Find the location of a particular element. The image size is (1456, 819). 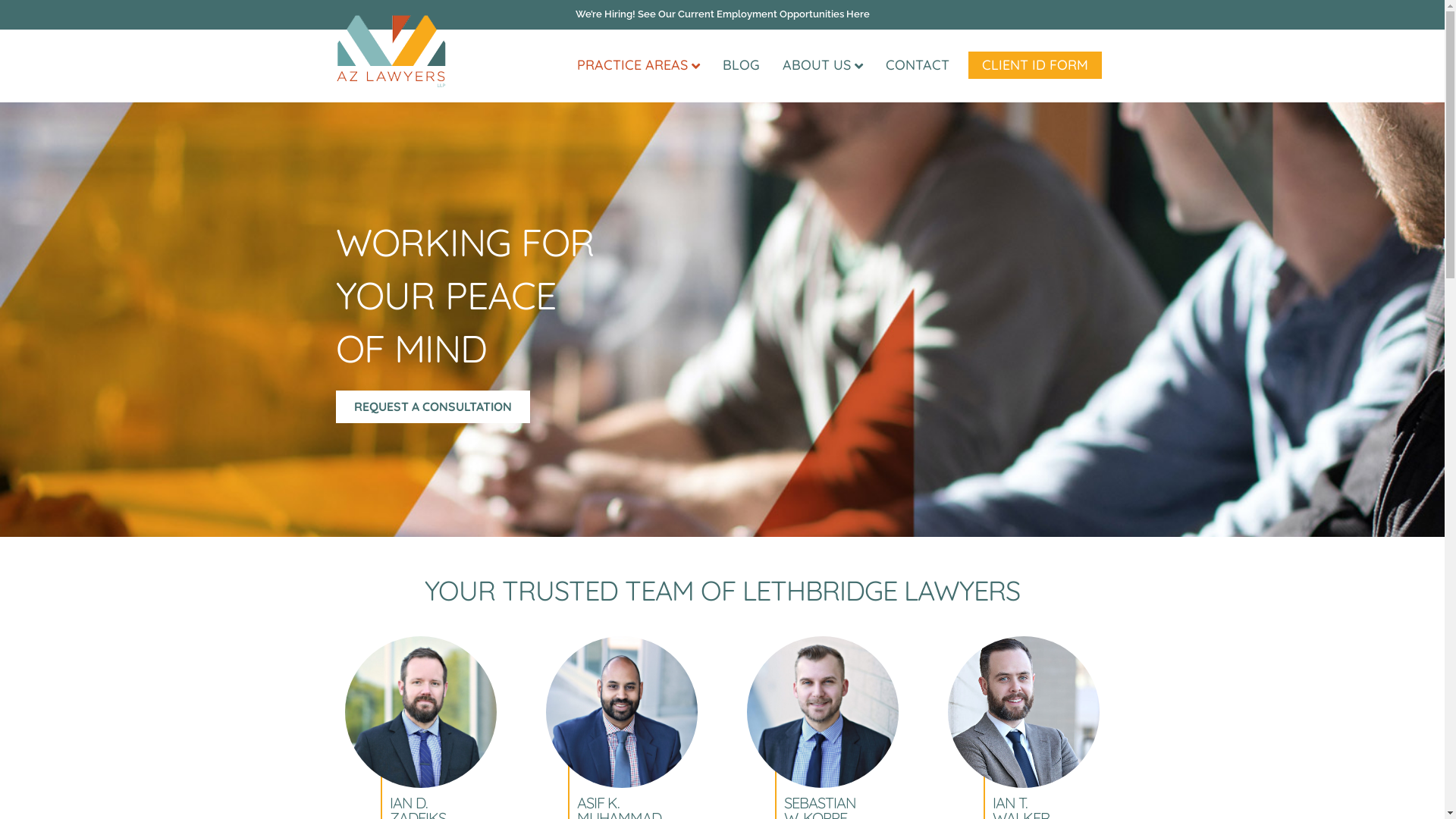

'CONTACT' is located at coordinates (916, 64).